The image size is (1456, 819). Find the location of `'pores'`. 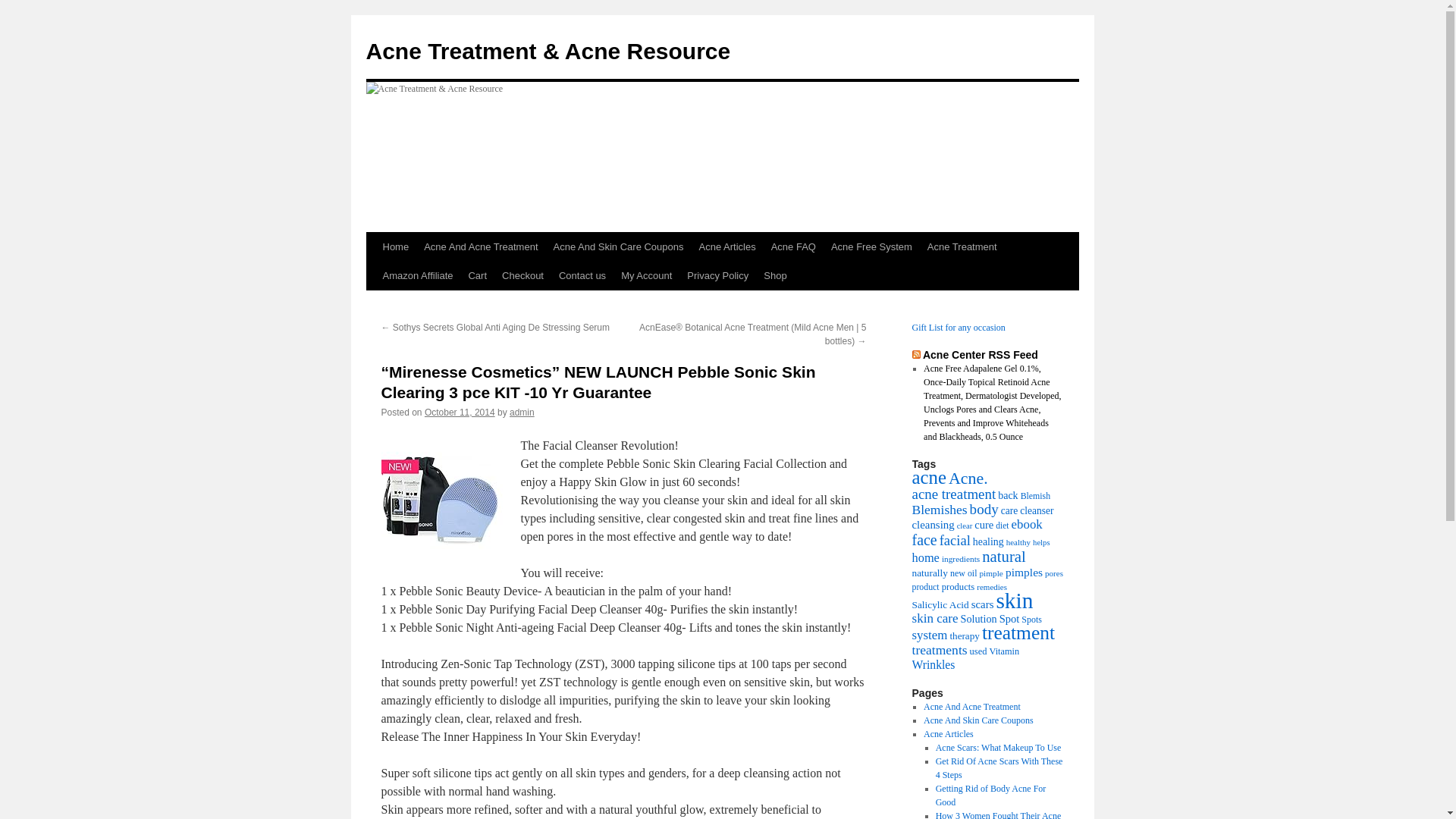

'pores' is located at coordinates (1053, 573).